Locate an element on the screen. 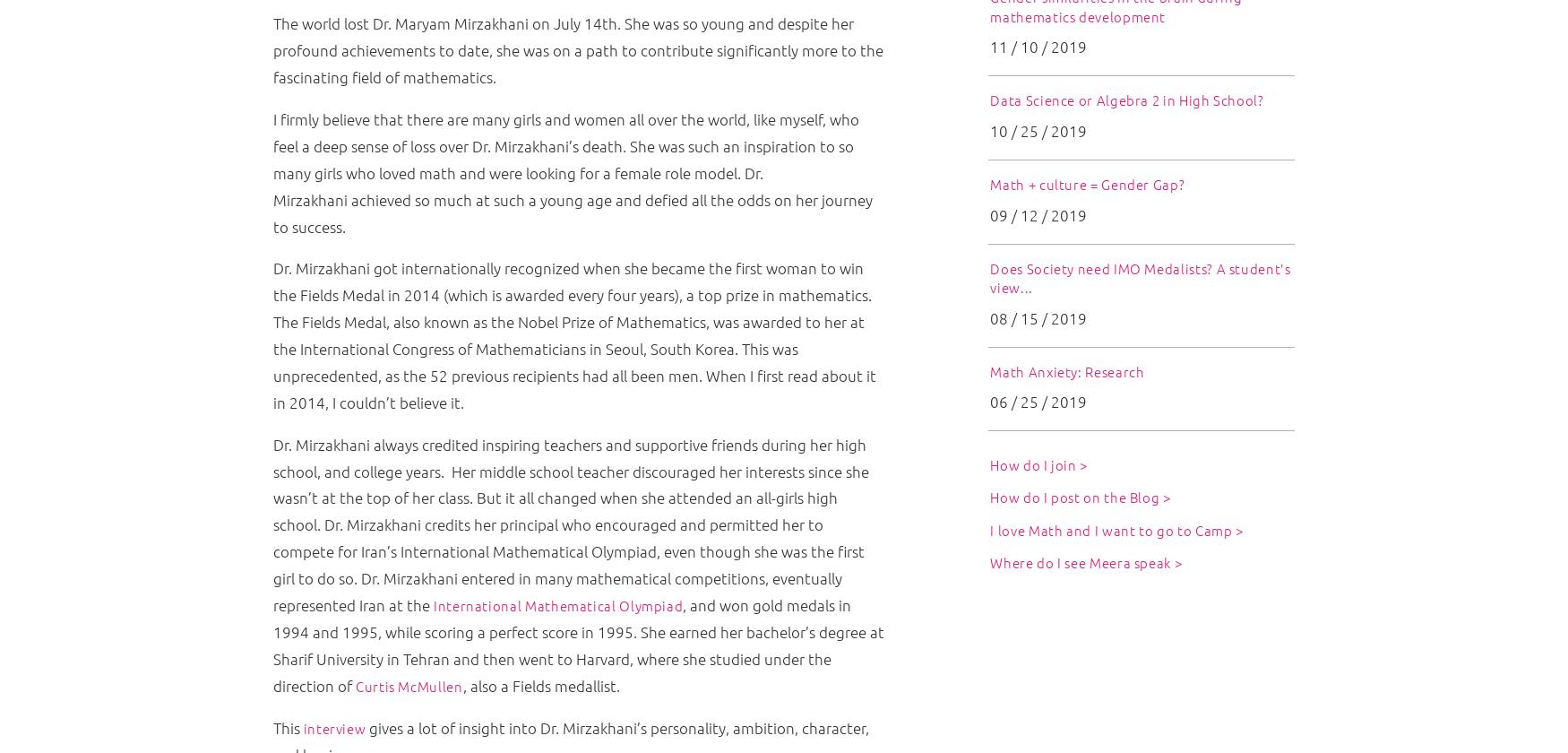 The height and width of the screenshot is (753, 1568). ', also a Fields medallist.' is located at coordinates (540, 685).